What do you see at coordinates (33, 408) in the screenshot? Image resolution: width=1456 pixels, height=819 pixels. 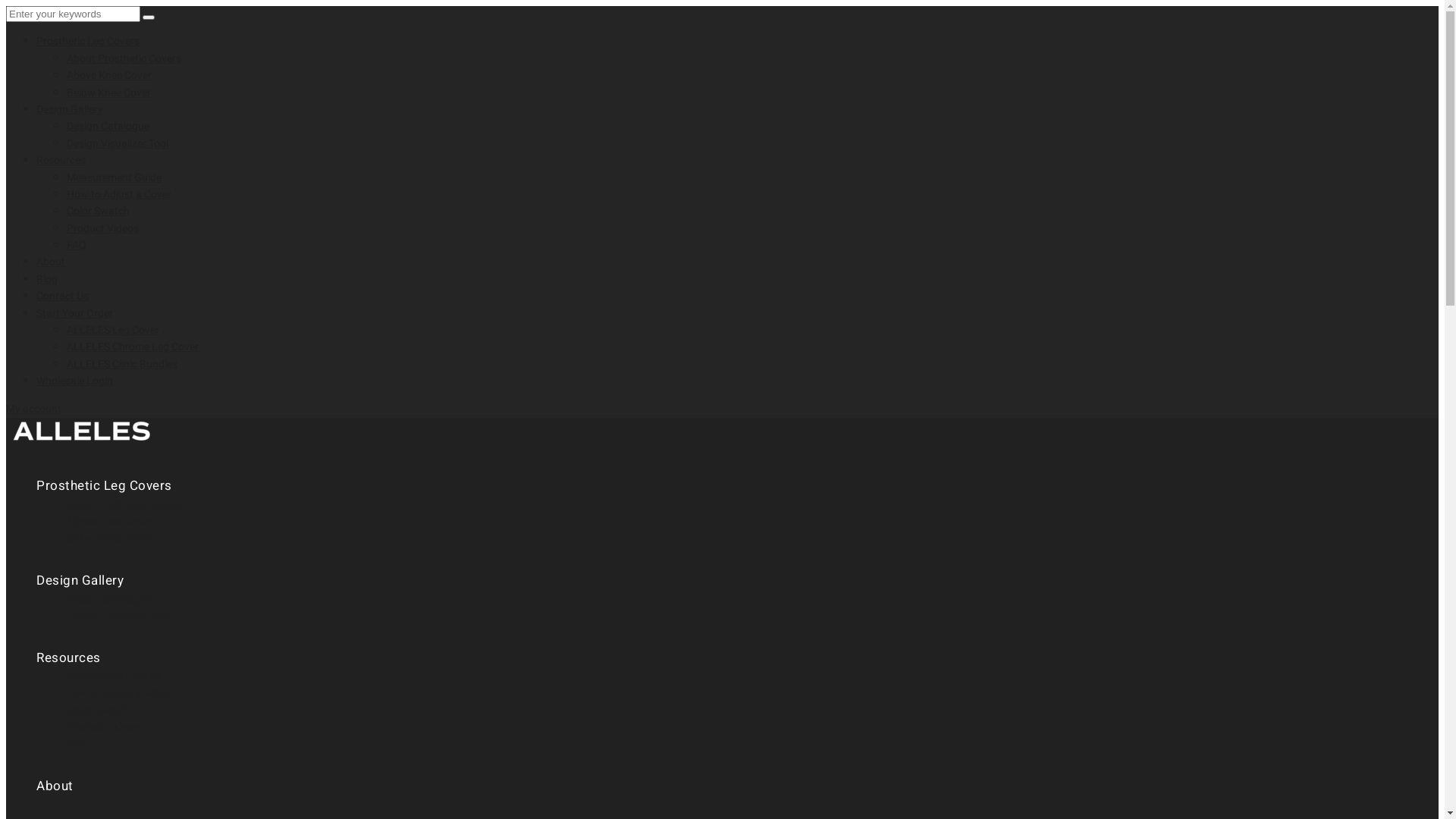 I see `'My account'` at bounding box center [33, 408].